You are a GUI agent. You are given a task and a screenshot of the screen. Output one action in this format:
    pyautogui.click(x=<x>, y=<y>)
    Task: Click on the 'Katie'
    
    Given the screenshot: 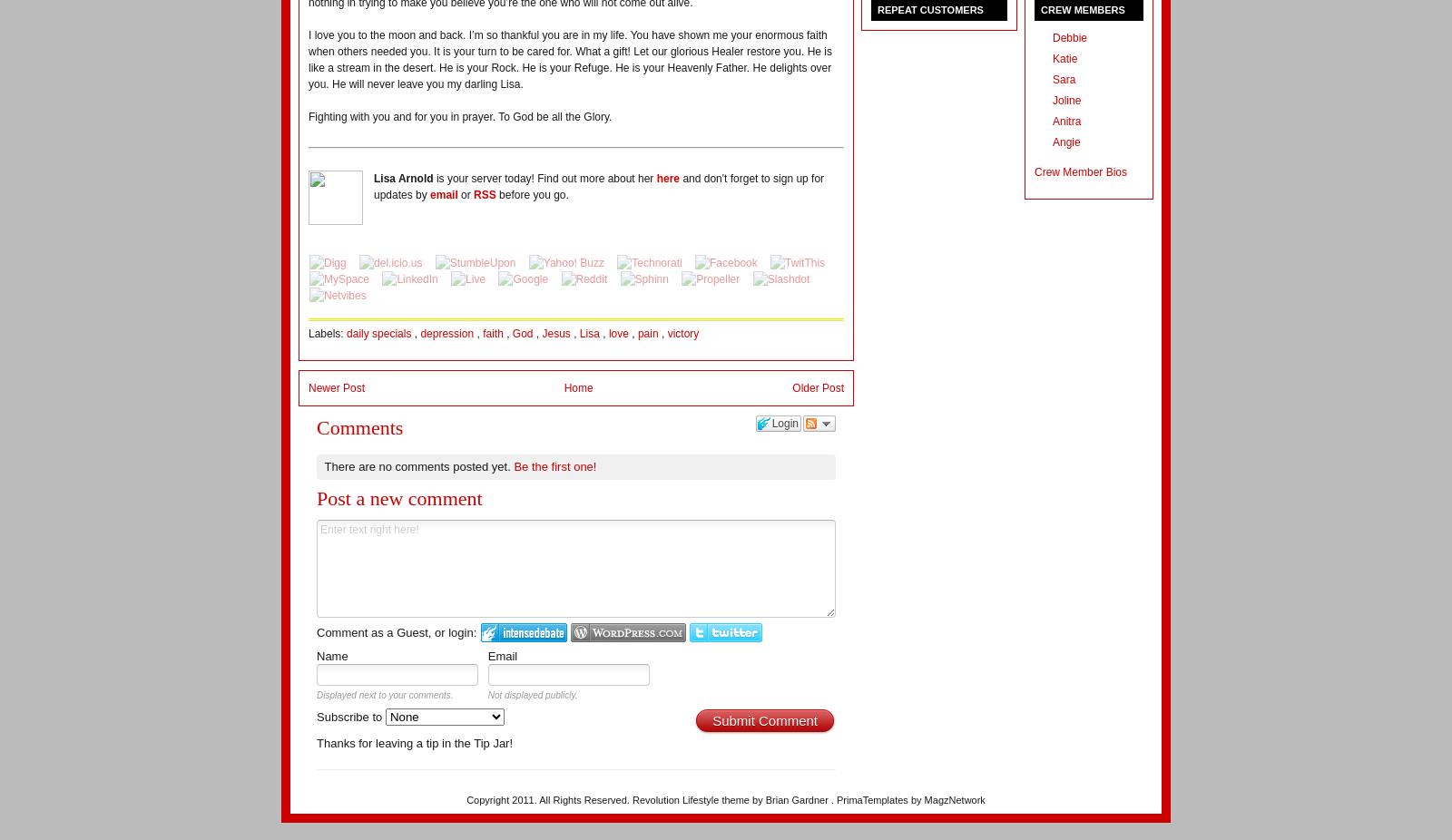 What is the action you would take?
    pyautogui.click(x=1053, y=58)
    